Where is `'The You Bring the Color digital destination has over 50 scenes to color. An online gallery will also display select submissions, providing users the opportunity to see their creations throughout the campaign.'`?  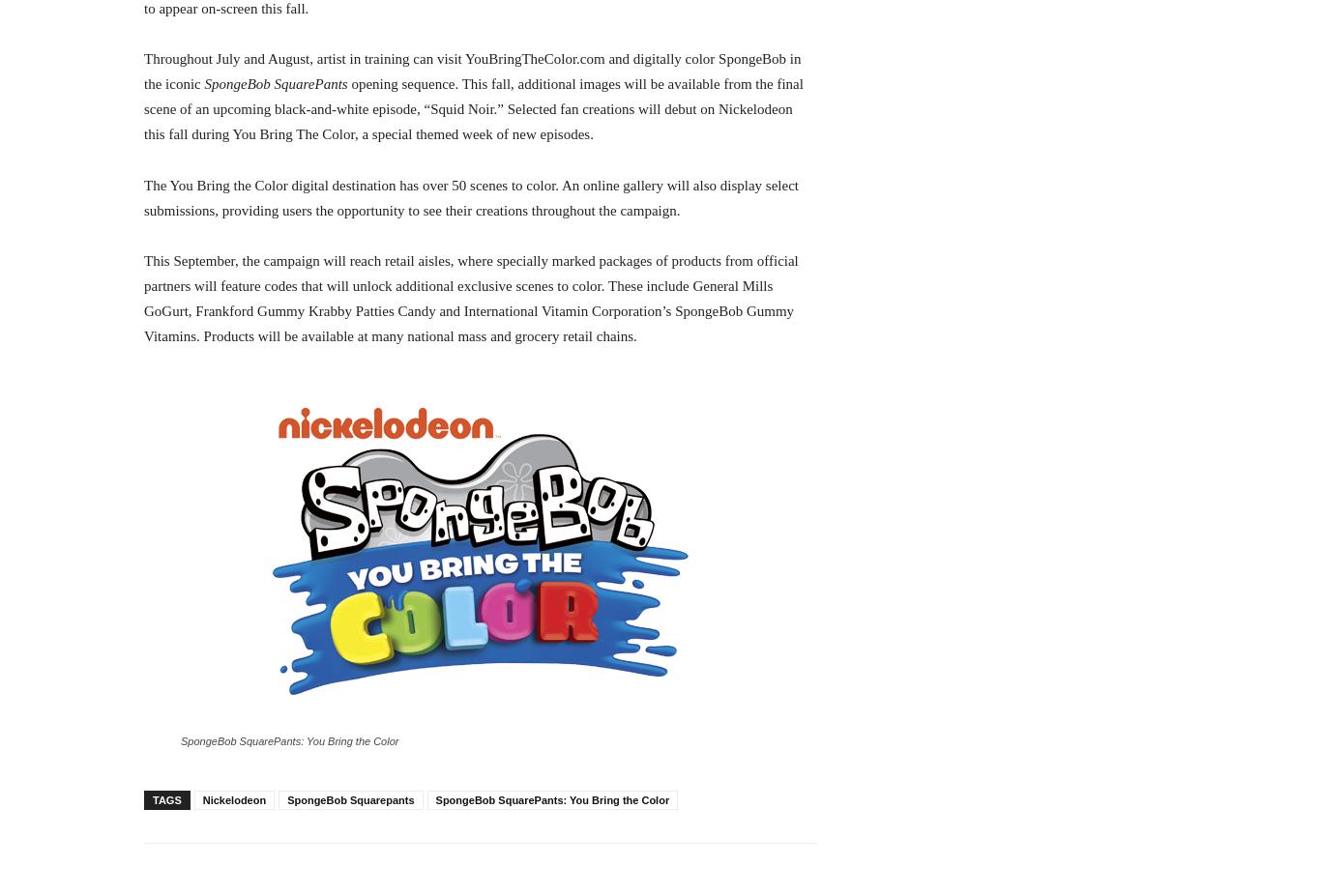 'The You Bring the Color digital destination has over 50 scenes to color. An online gallery will also display select submissions, providing users the opportunity to see their creations throughout the campaign.' is located at coordinates (470, 197).